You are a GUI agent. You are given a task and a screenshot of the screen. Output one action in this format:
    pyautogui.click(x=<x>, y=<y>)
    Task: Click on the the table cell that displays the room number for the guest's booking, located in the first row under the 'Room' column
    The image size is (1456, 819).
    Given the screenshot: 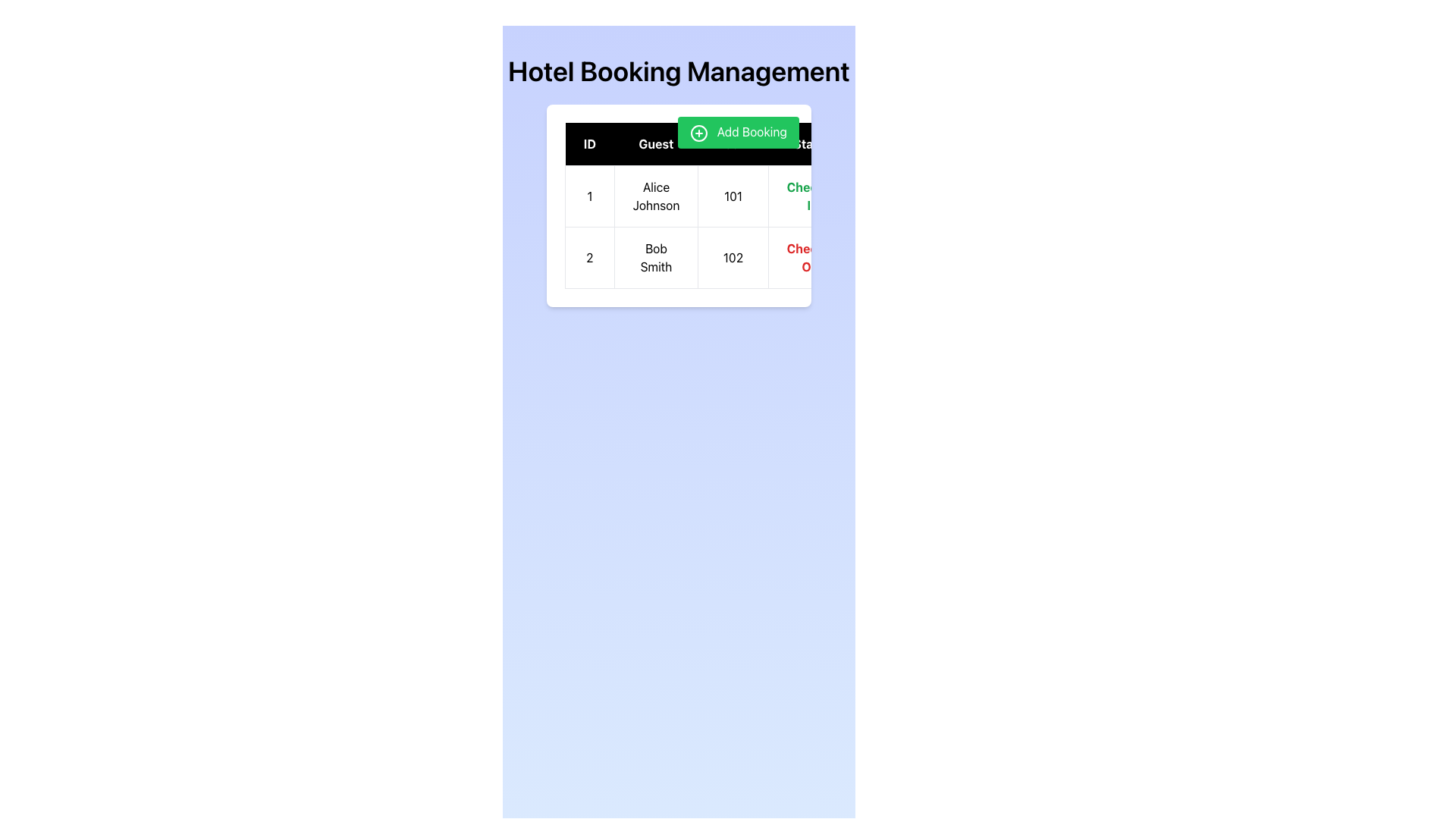 What is the action you would take?
    pyautogui.click(x=753, y=227)
    